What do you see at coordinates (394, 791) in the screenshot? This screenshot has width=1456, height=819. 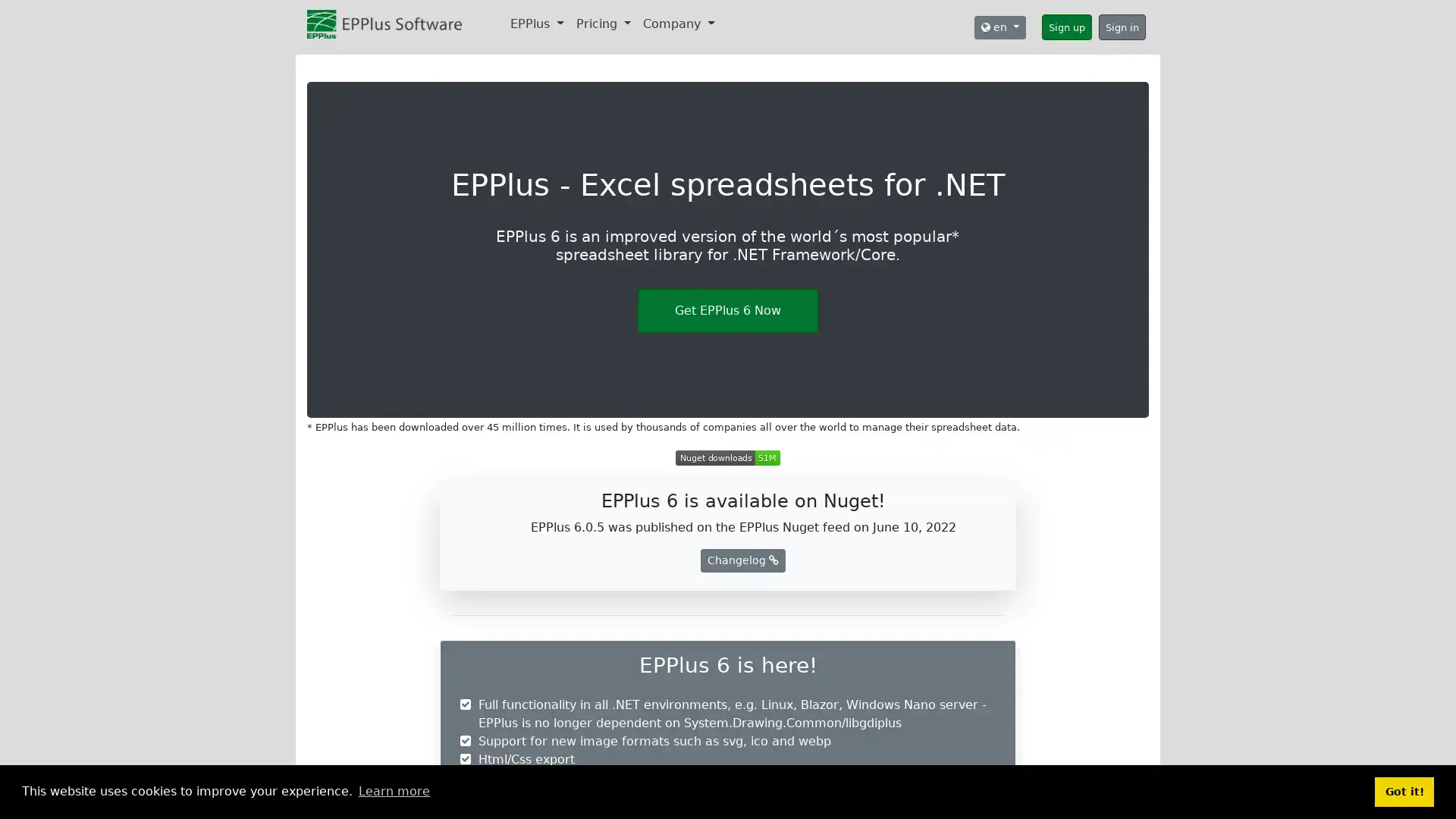 I see `learn more about cookies` at bounding box center [394, 791].